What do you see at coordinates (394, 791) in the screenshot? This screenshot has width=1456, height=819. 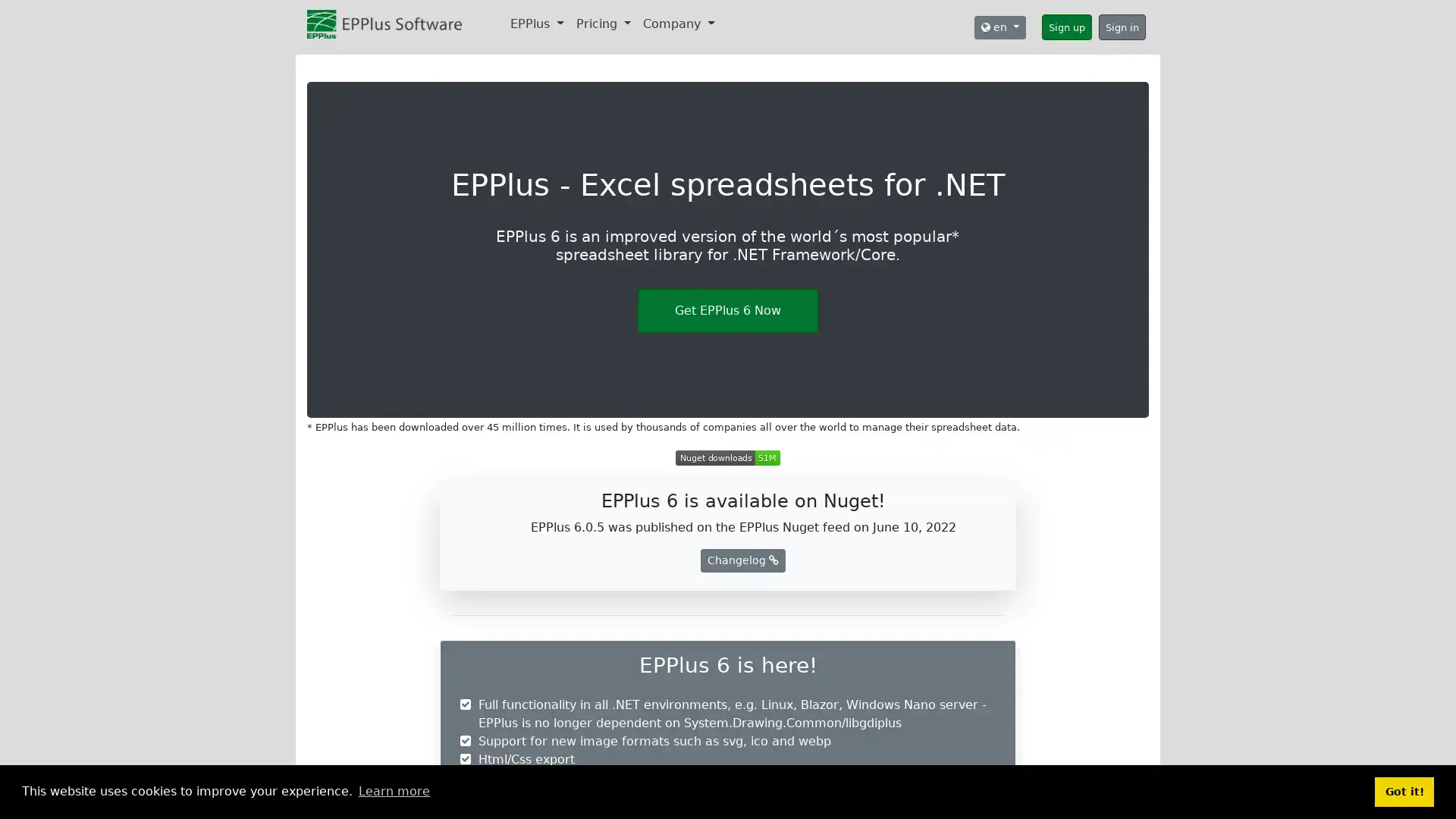 I see `learn more about cookies` at bounding box center [394, 791].